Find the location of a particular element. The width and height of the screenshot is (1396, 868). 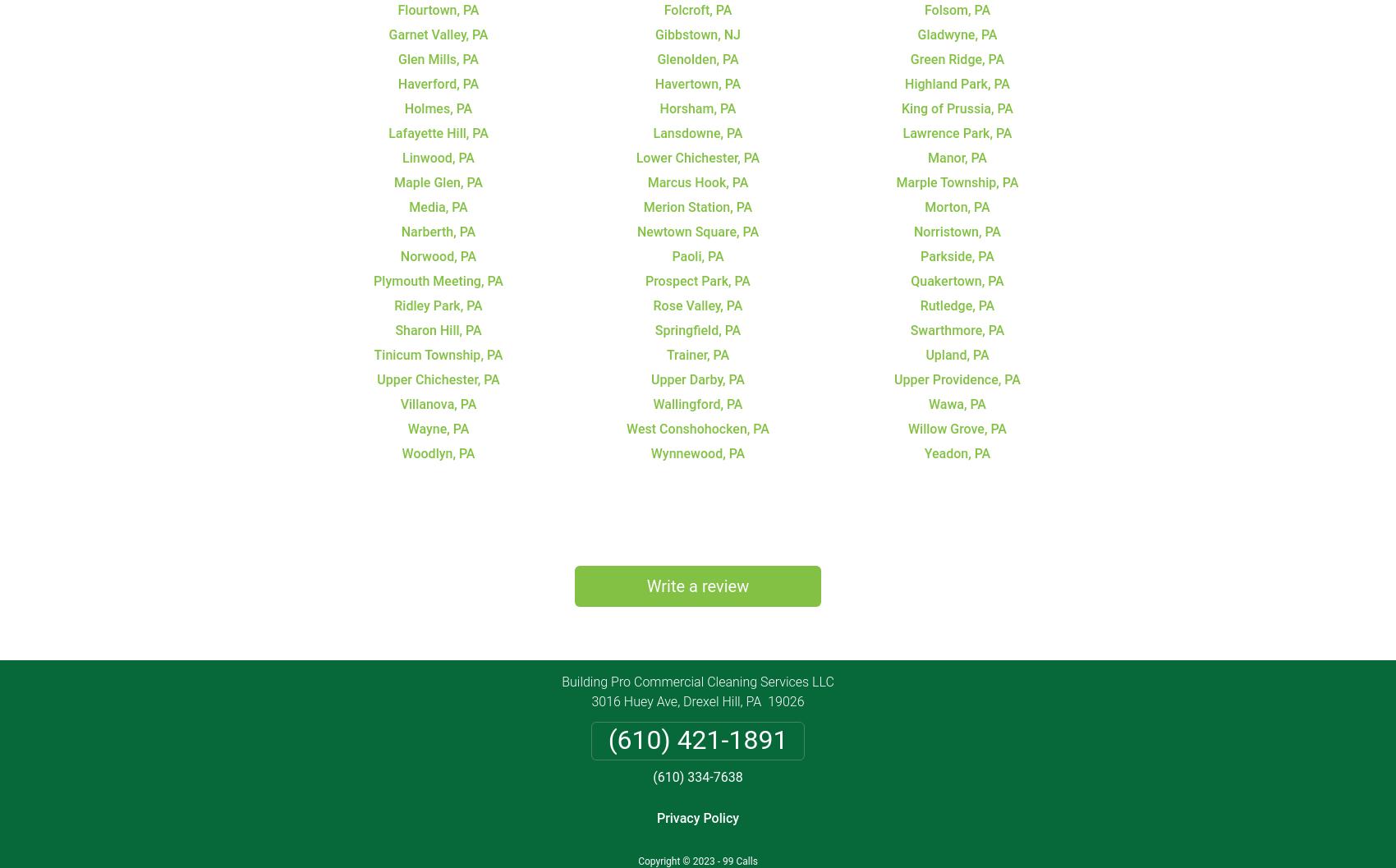

'Marcus Hook, PA' is located at coordinates (696, 181).